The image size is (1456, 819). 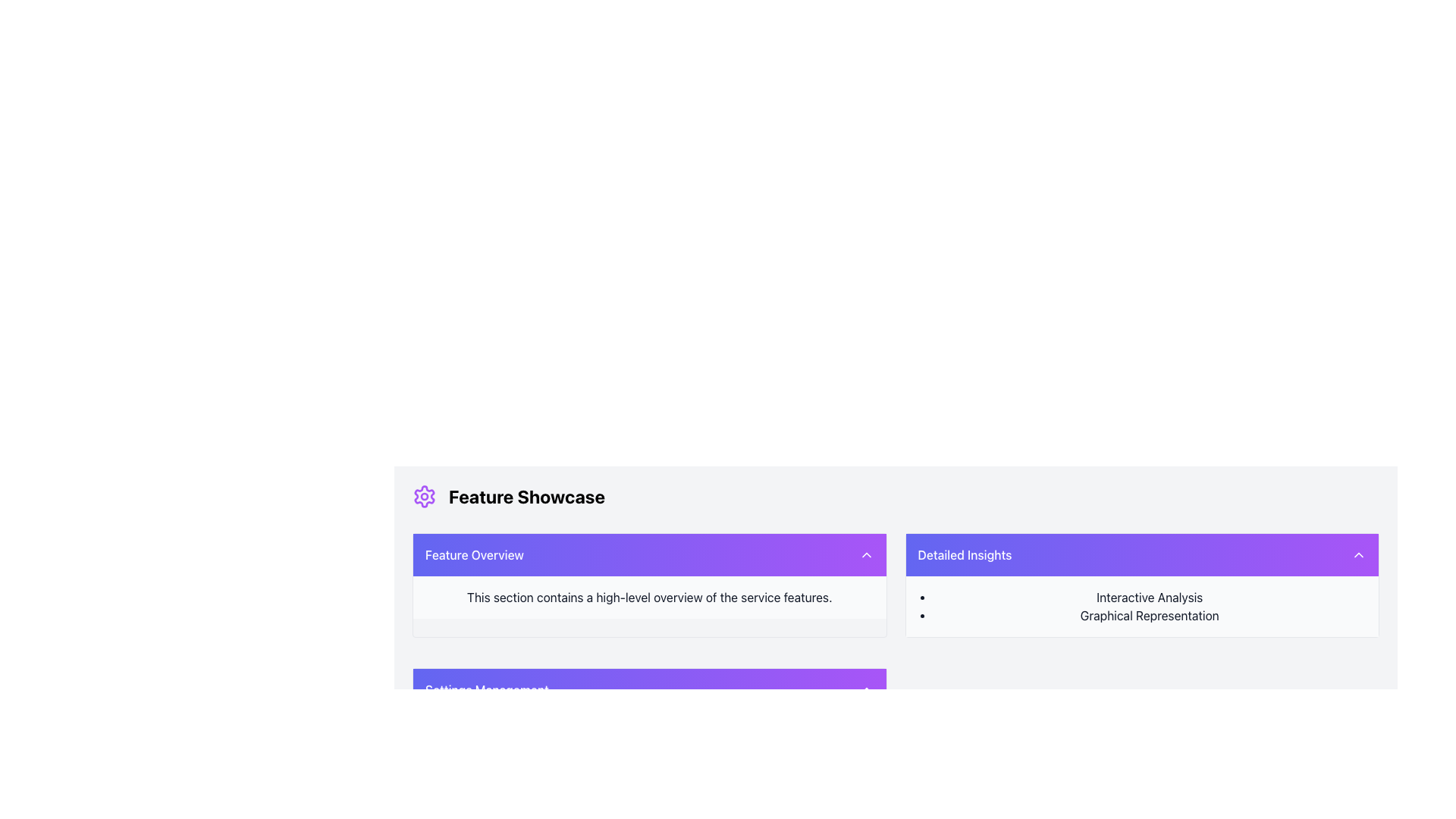 What do you see at coordinates (425, 497) in the screenshot?
I see `the purple settings icon represented by the SVG vector graphic` at bounding box center [425, 497].